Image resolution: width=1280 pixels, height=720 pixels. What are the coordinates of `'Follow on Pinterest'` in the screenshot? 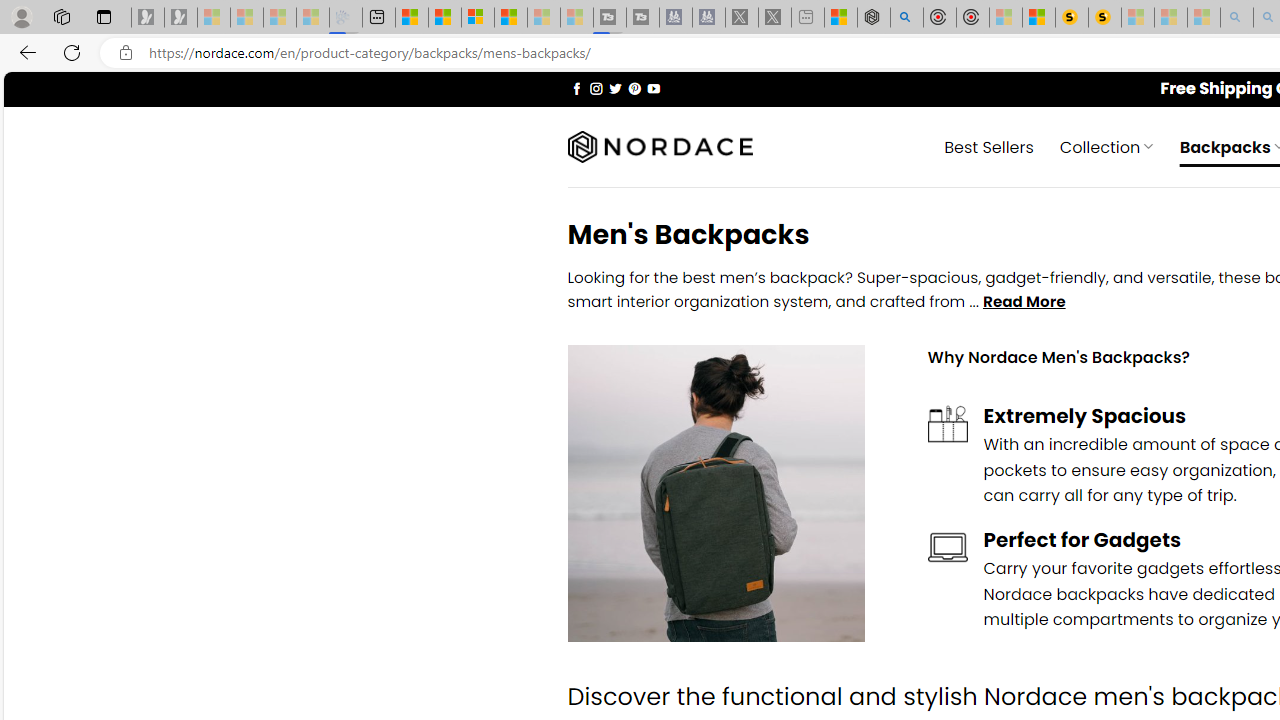 It's located at (633, 87).